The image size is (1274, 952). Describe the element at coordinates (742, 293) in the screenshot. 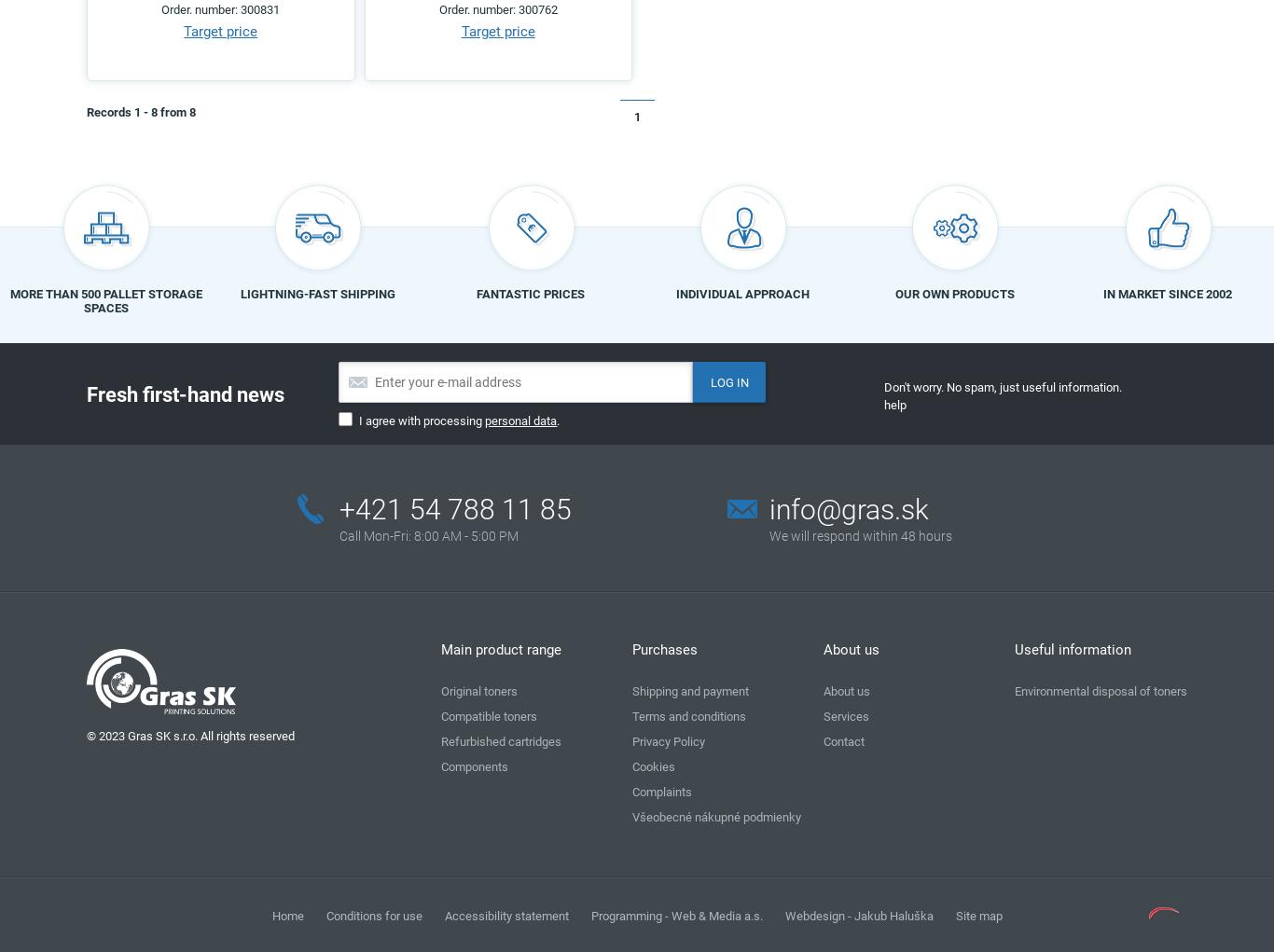

I see `'Individual approach'` at that location.